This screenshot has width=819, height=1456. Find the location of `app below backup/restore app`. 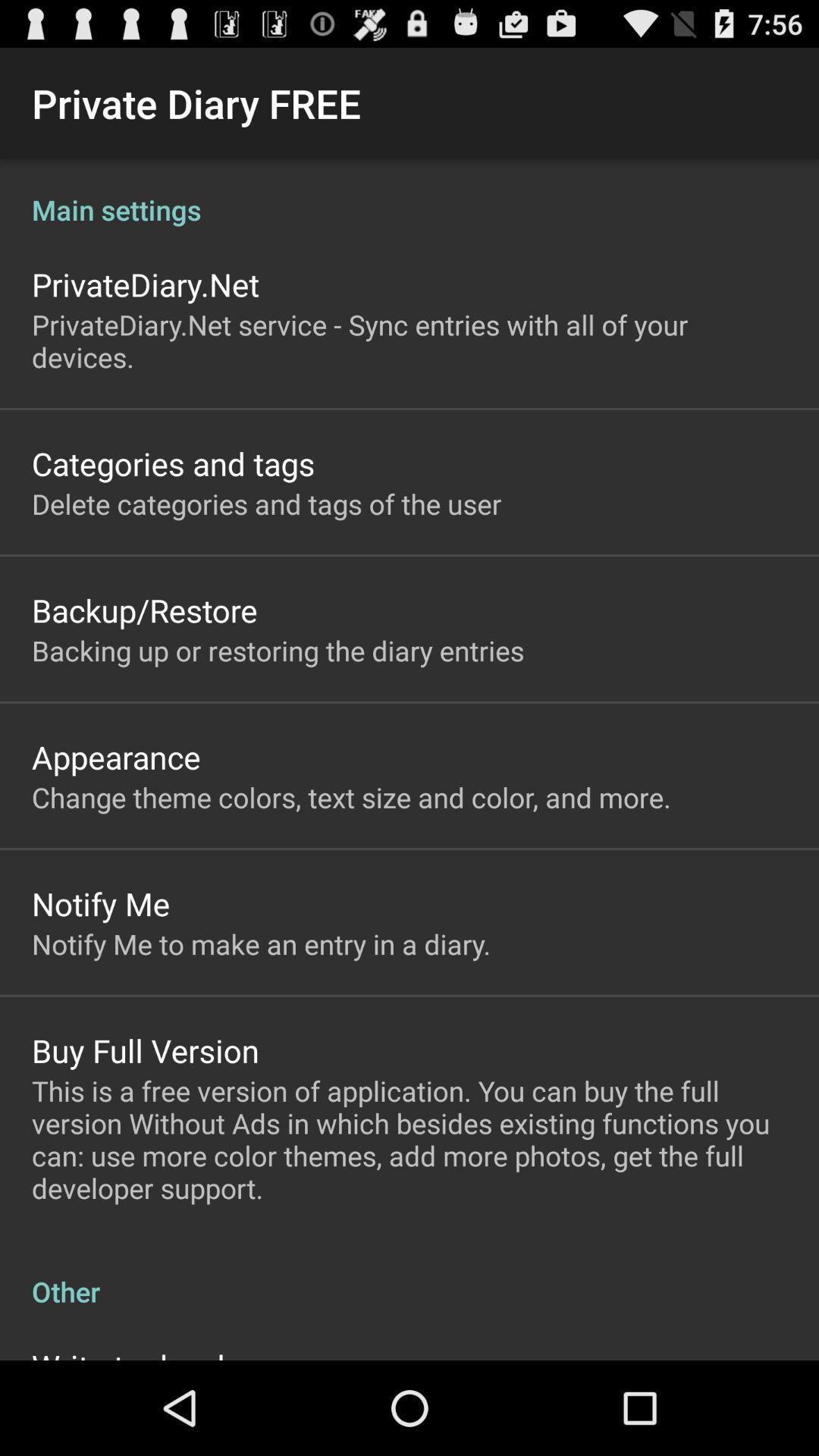

app below backup/restore app is located at coordinates (278, 651).